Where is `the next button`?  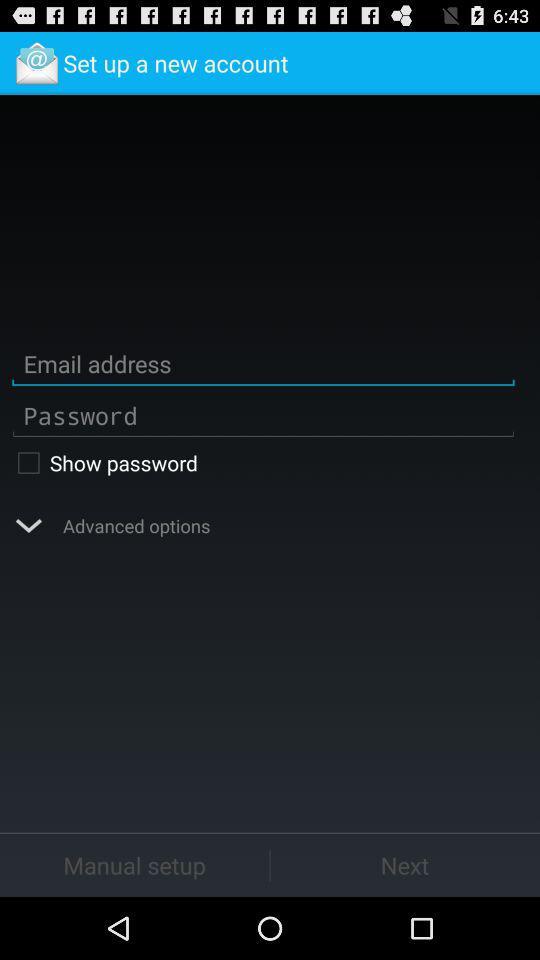
the next button is located at coordinates (405, 864).